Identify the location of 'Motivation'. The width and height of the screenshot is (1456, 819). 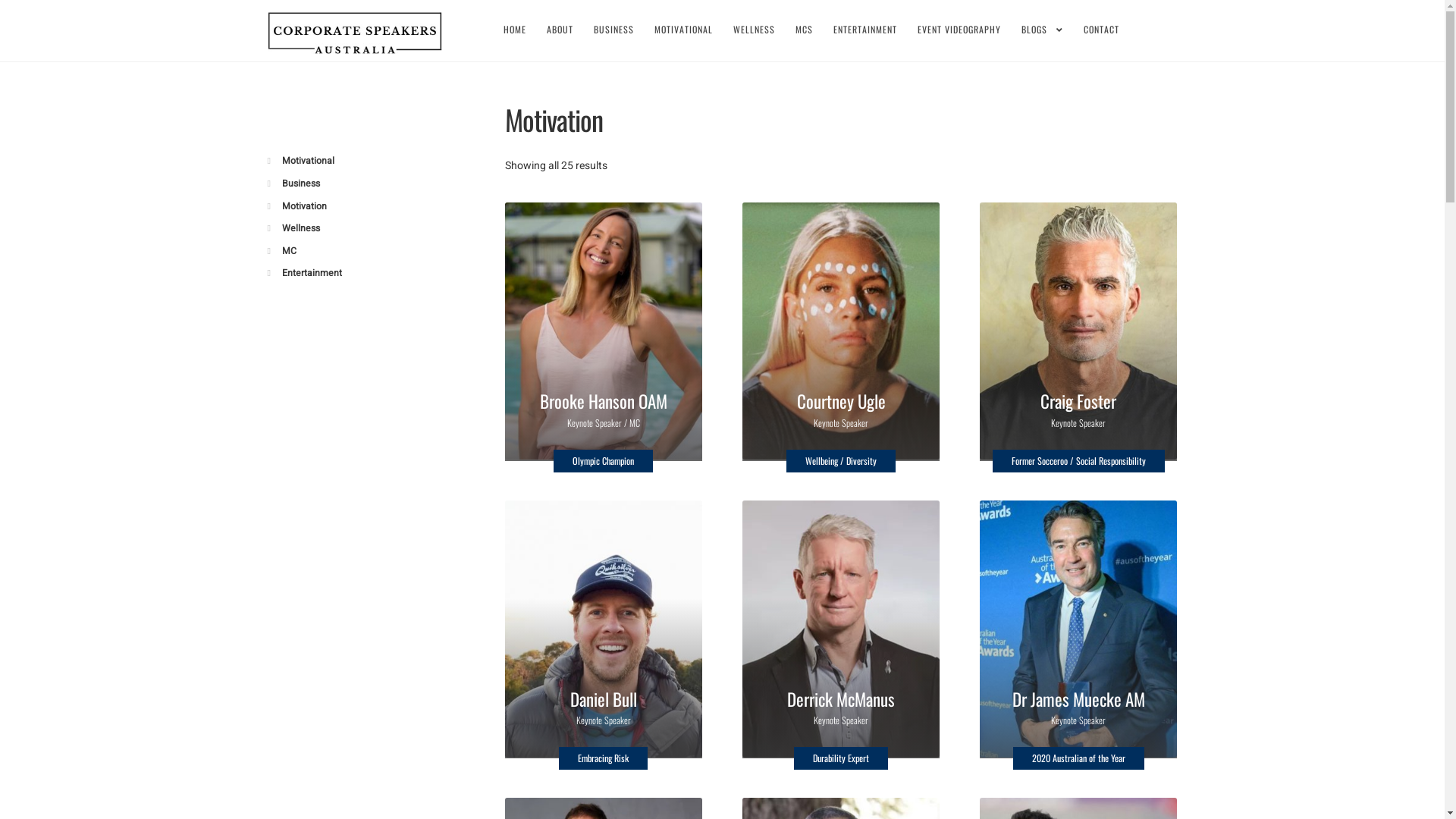
(282, 206).